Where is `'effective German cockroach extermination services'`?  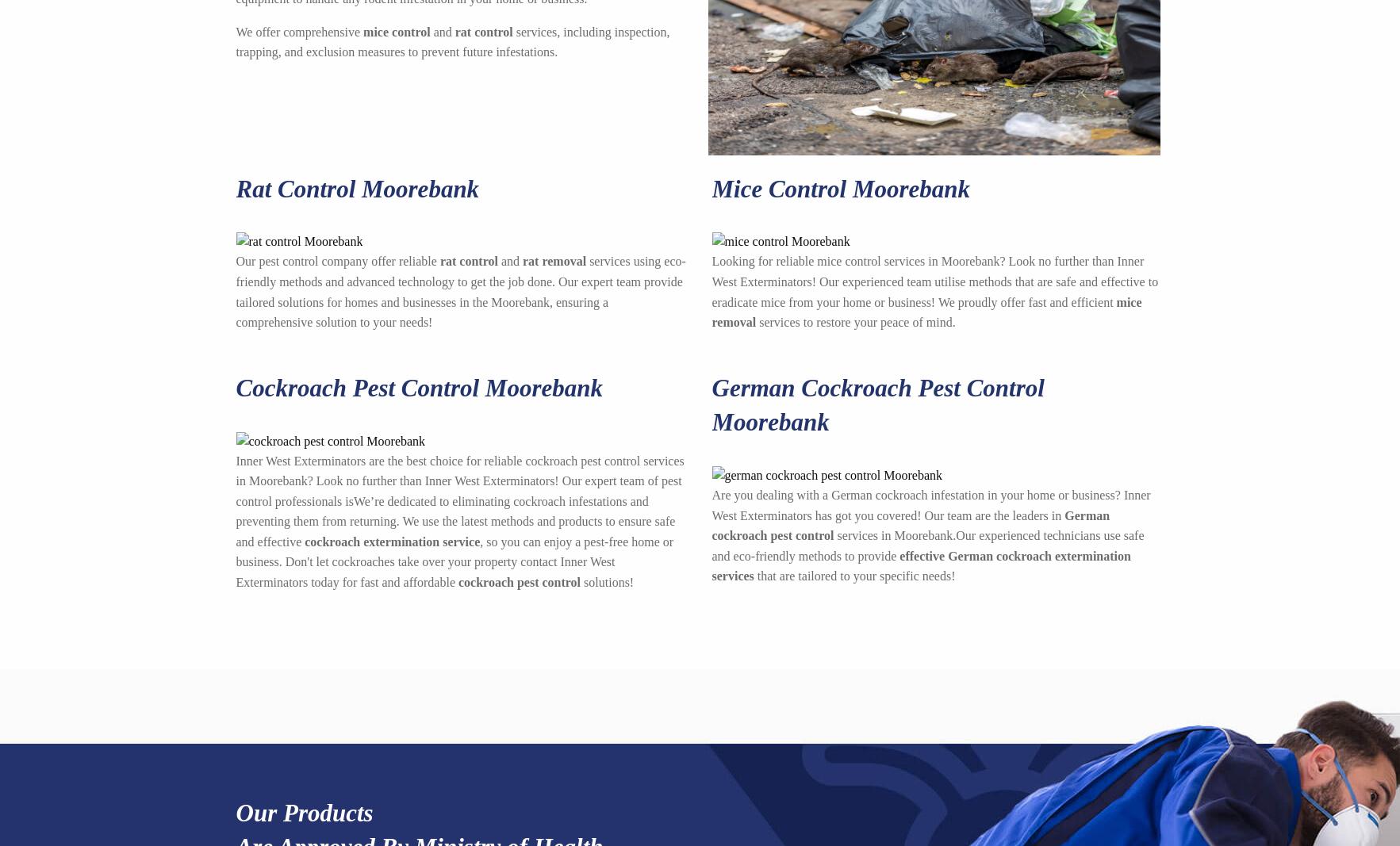 'effective German cockroach extermination services' is located at coordinates (711, 565).